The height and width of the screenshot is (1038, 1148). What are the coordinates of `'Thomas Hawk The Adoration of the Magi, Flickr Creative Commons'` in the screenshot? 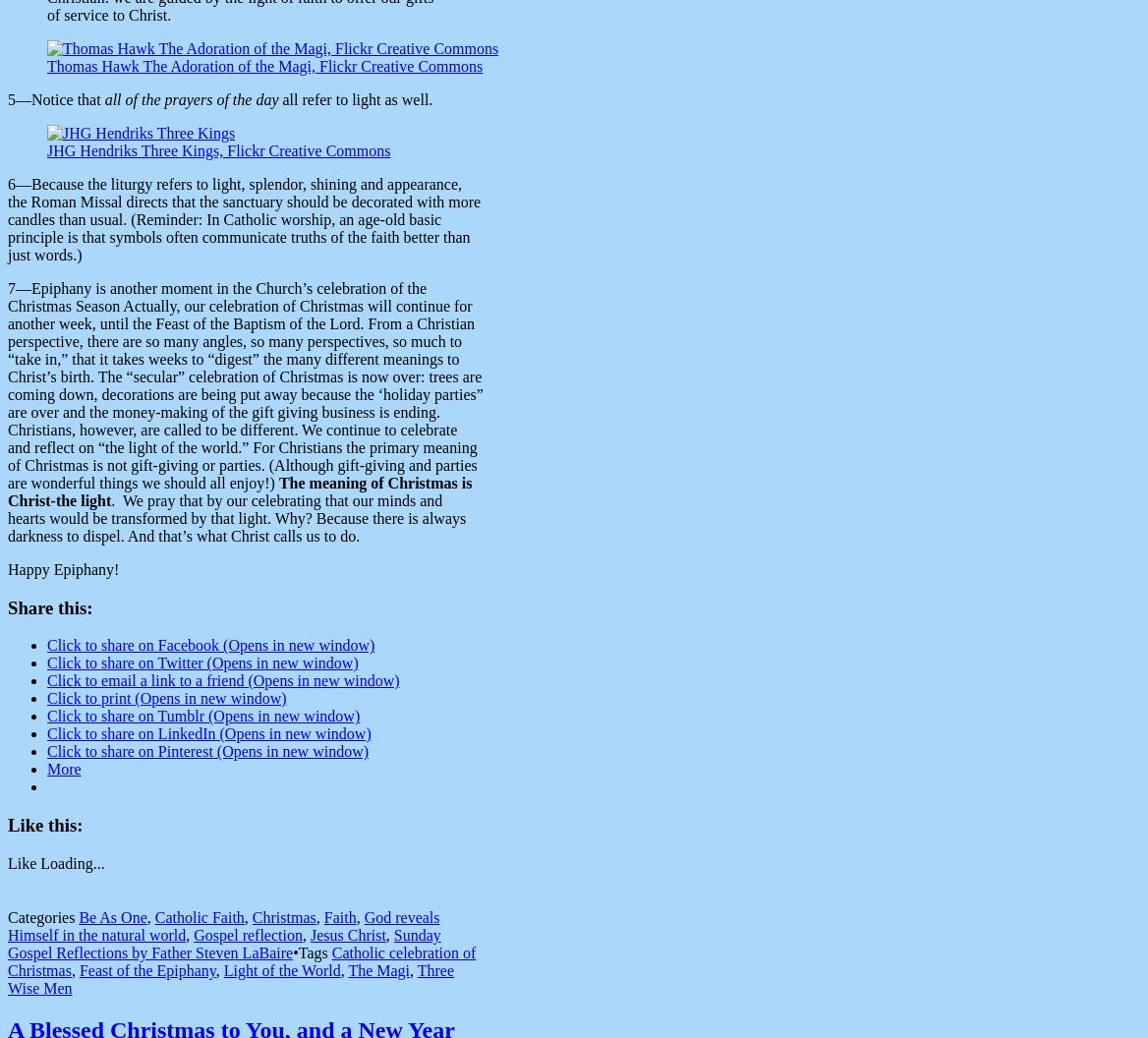 It's located at (47, 65).